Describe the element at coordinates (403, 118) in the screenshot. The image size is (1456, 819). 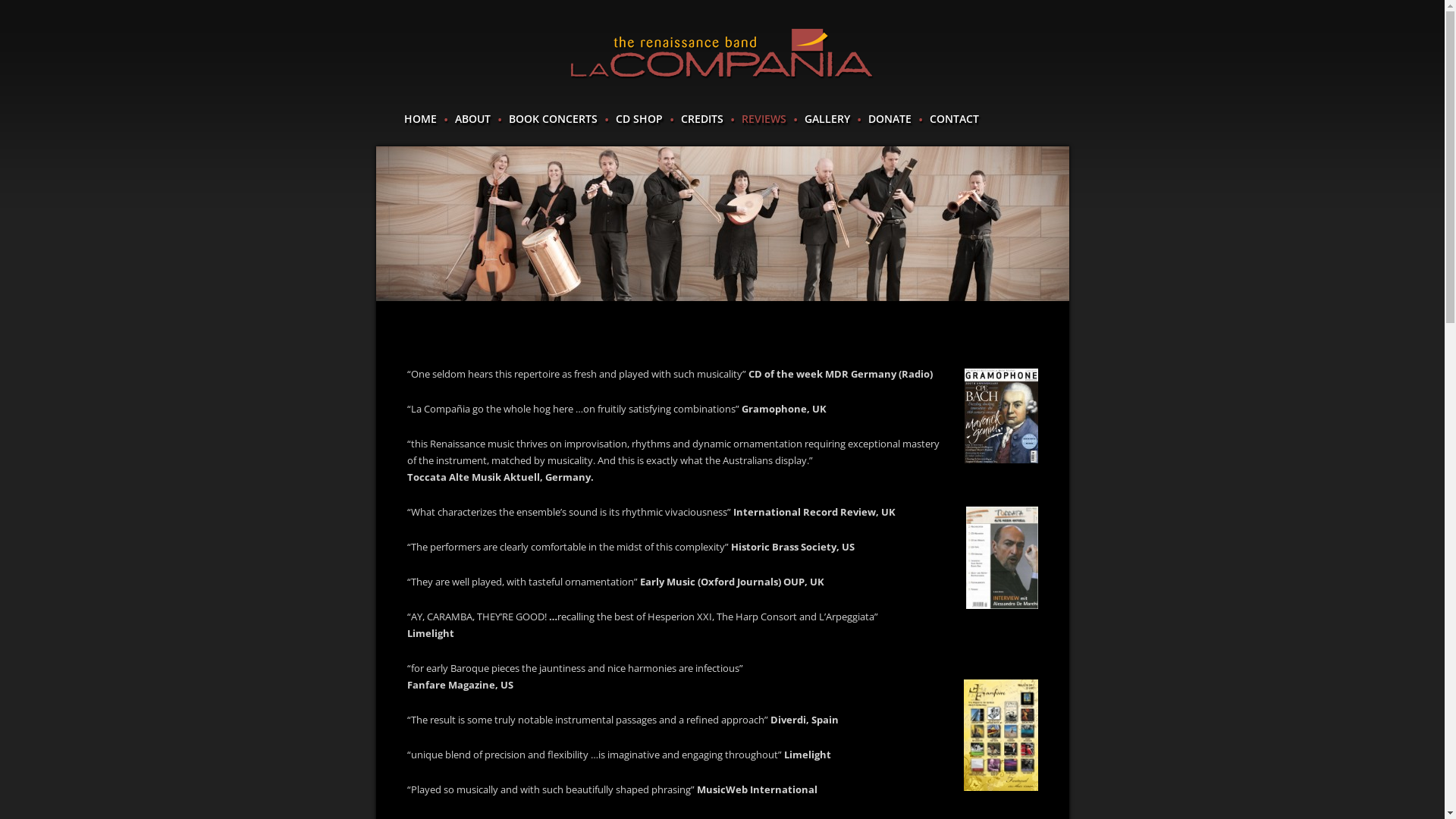
I see `'HOME'` at that location.